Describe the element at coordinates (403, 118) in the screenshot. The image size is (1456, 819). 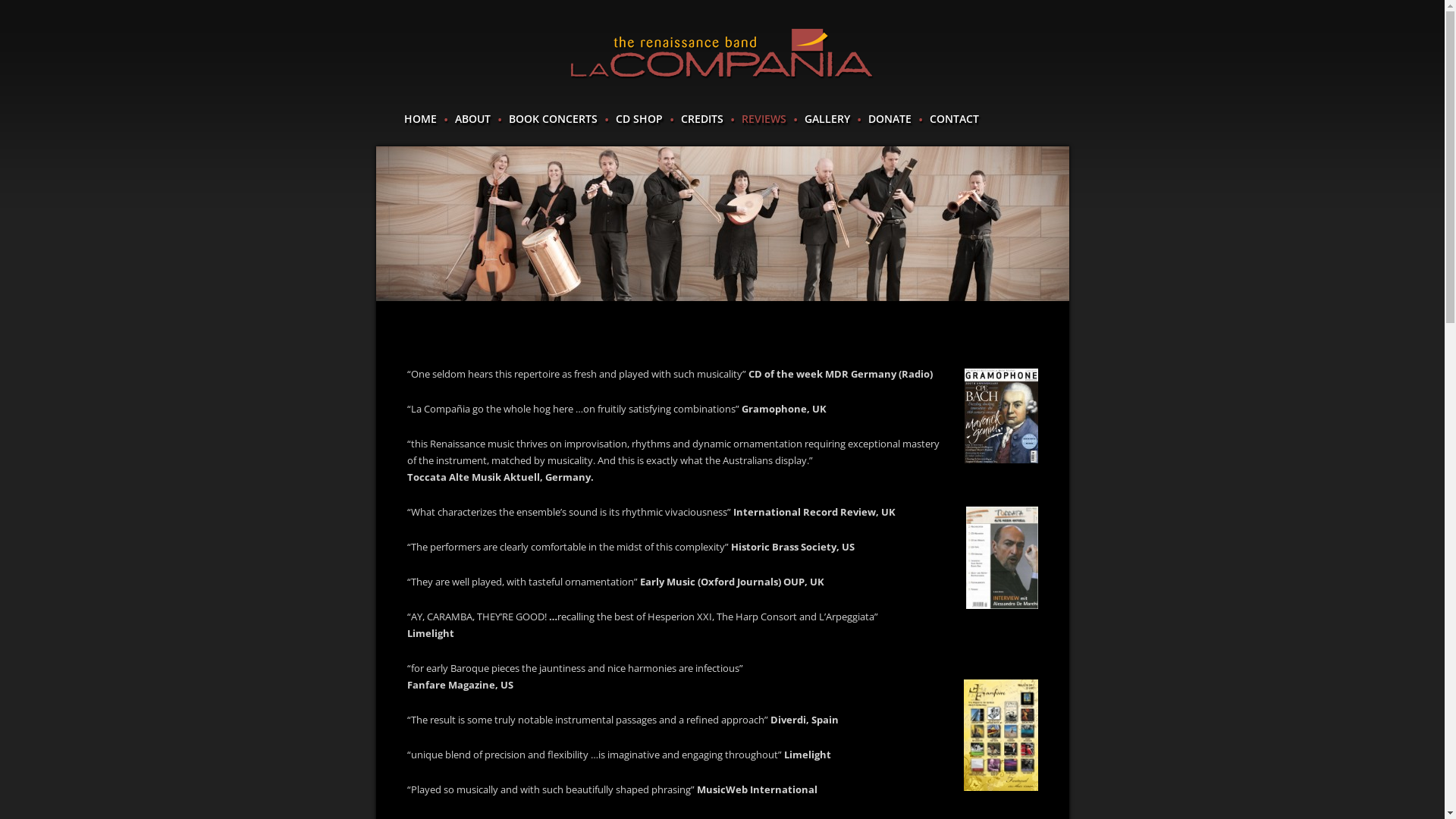
I see `'HOME'` at that location.